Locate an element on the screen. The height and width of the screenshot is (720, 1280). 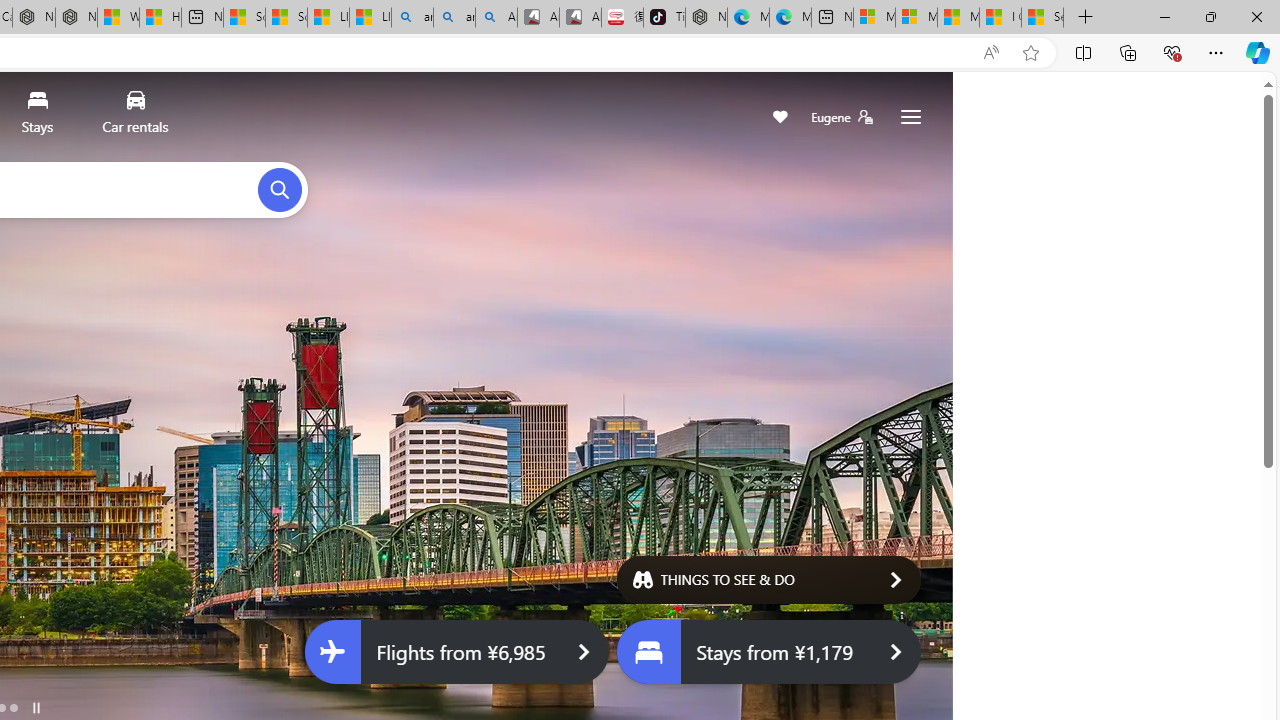
'Car rentals' is located at coordinates (134, 117).